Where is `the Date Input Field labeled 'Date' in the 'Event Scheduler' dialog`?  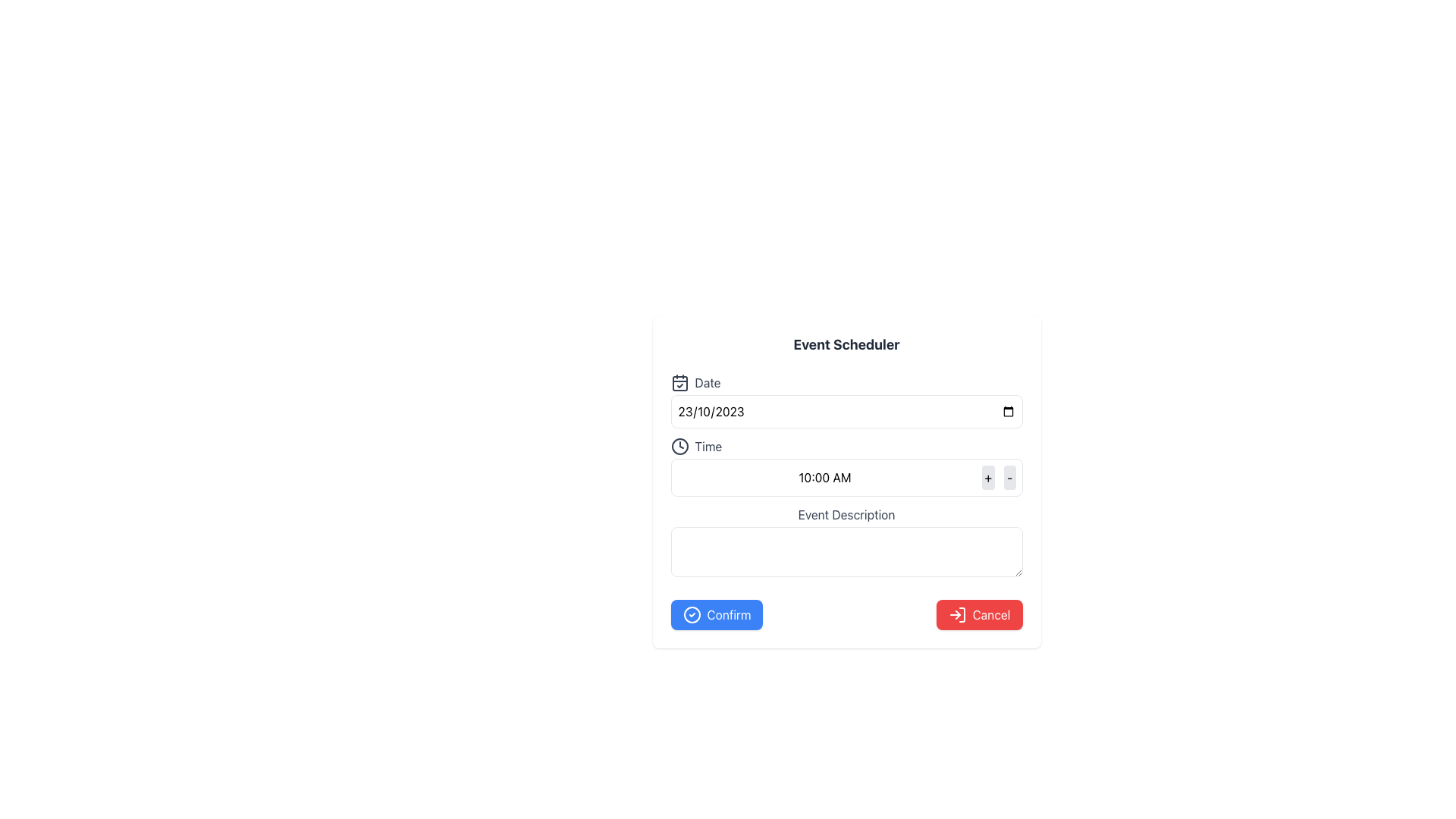 the Date Input Field labeled 'Date' in the 'Event Scheduler' dialog is located at coordinates (846, 400).